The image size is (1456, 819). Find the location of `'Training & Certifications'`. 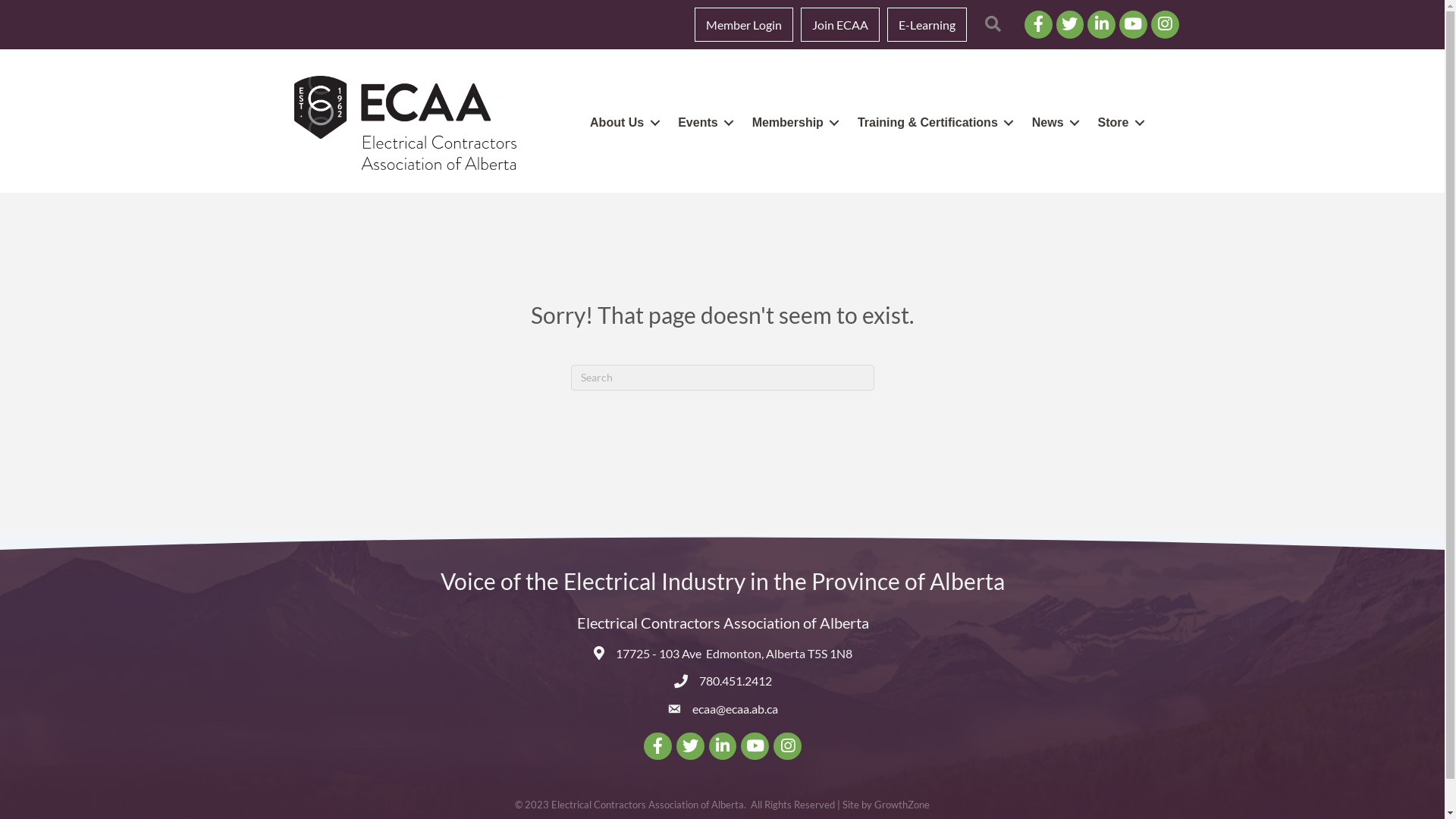

'Training & Certifications' is located at coordinates (846, 121).